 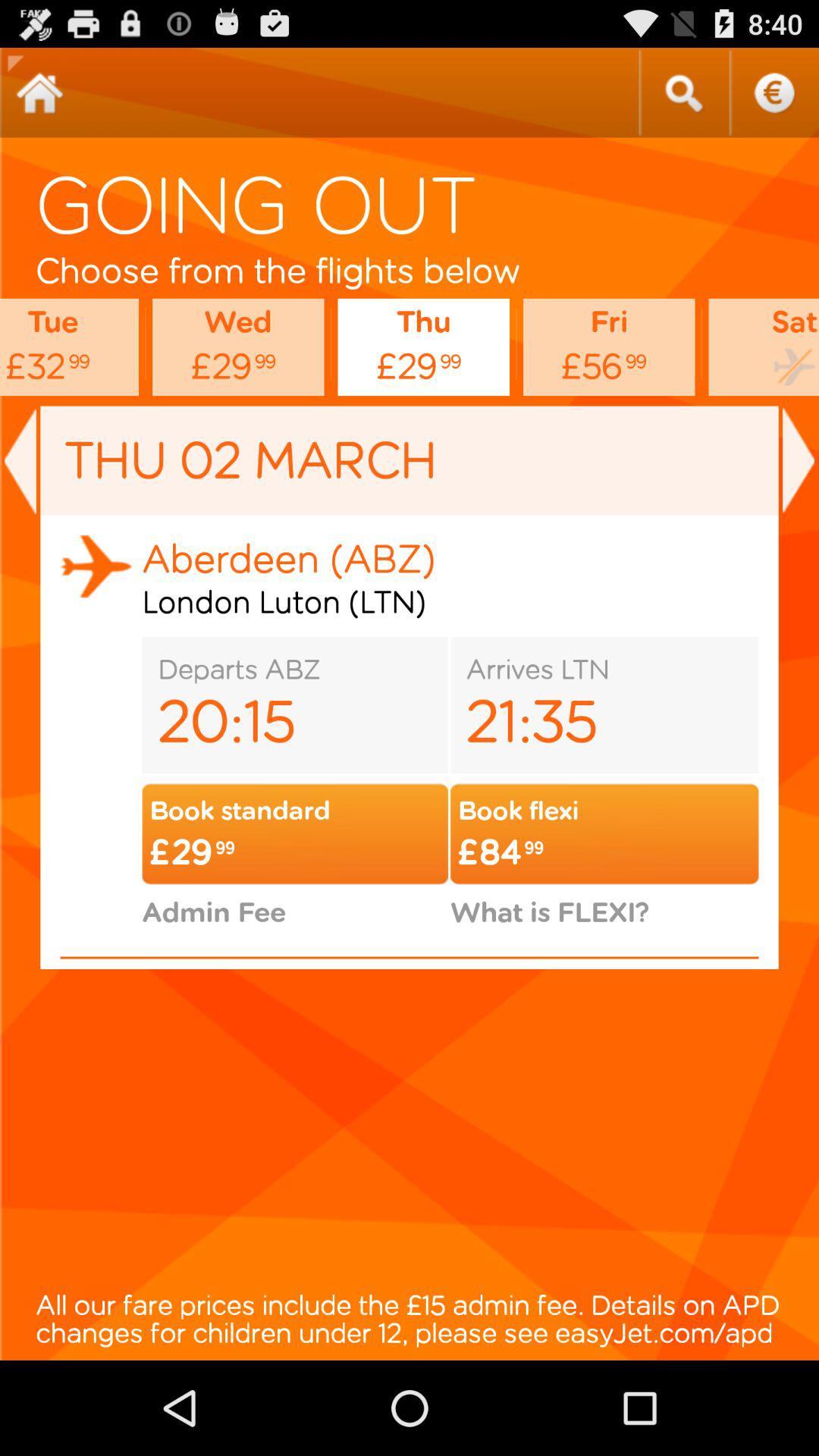 I want to click on get help, so click(x=773, y=92).